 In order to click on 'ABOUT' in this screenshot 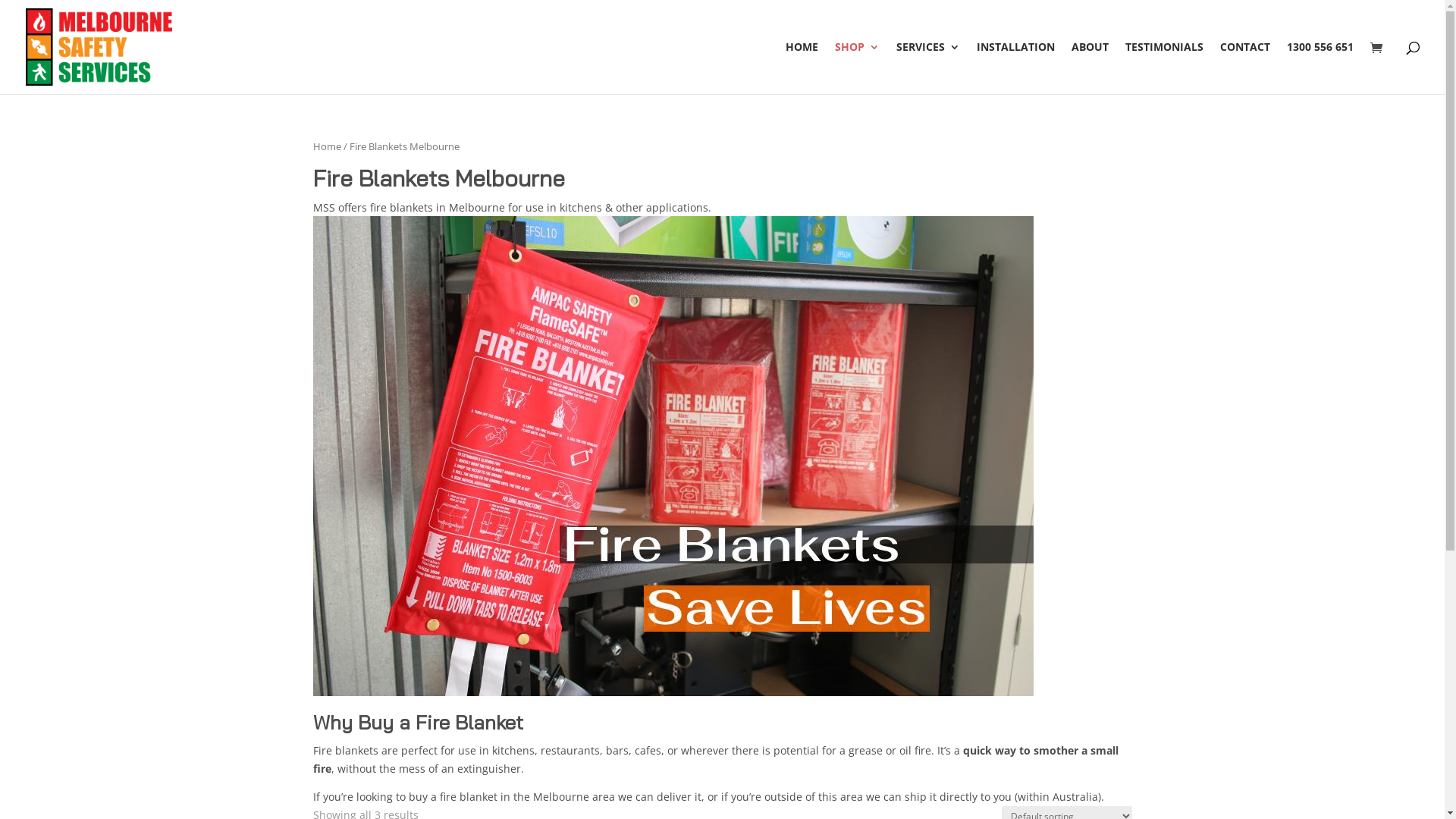, I will do `click(1089, 67)`.